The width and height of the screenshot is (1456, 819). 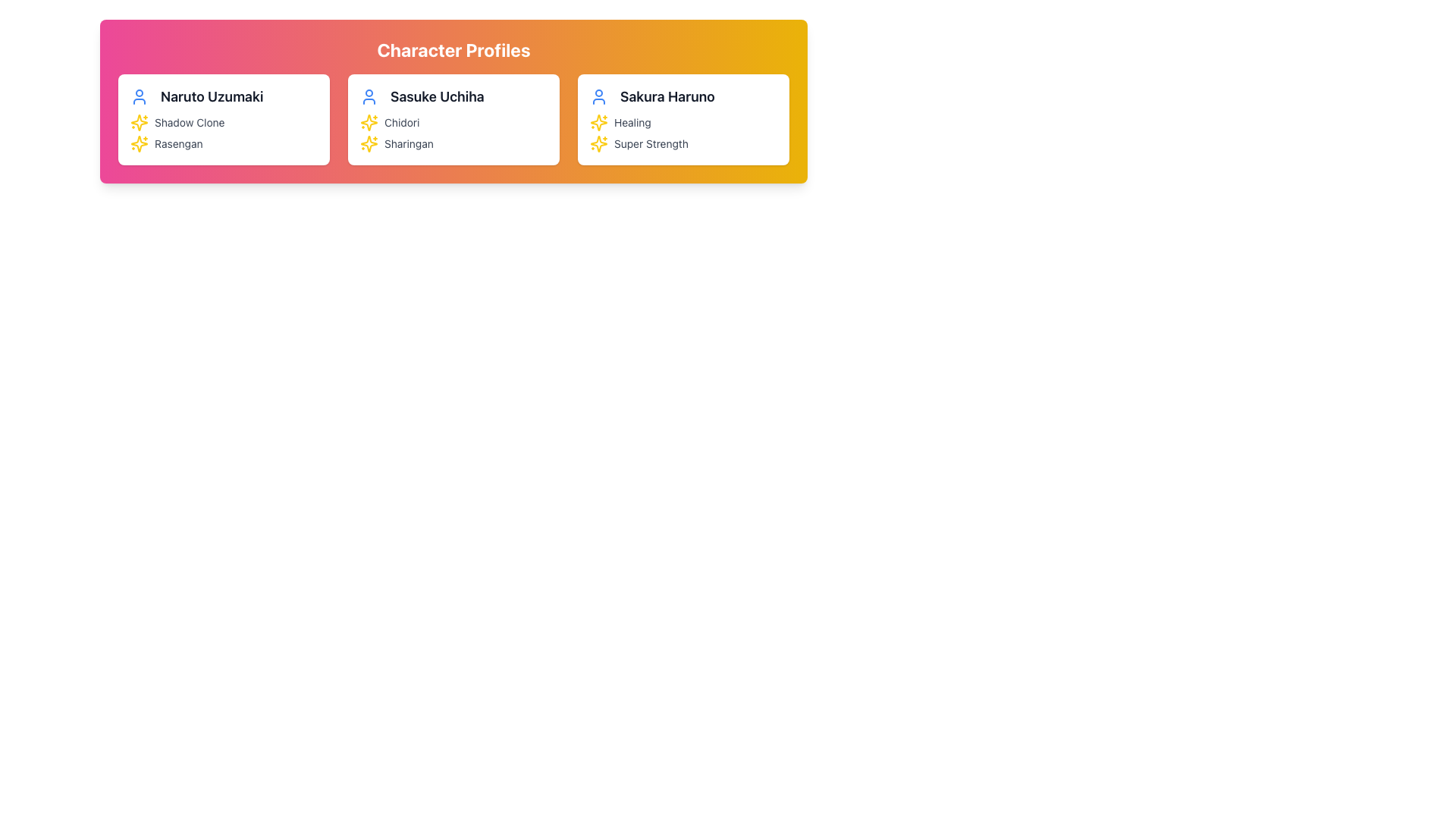 I want to click on the text label displaying 'Sasuke Uchiha' in the character profile card, located under the 'Character Profiles' header, so click(x=436, y=96).